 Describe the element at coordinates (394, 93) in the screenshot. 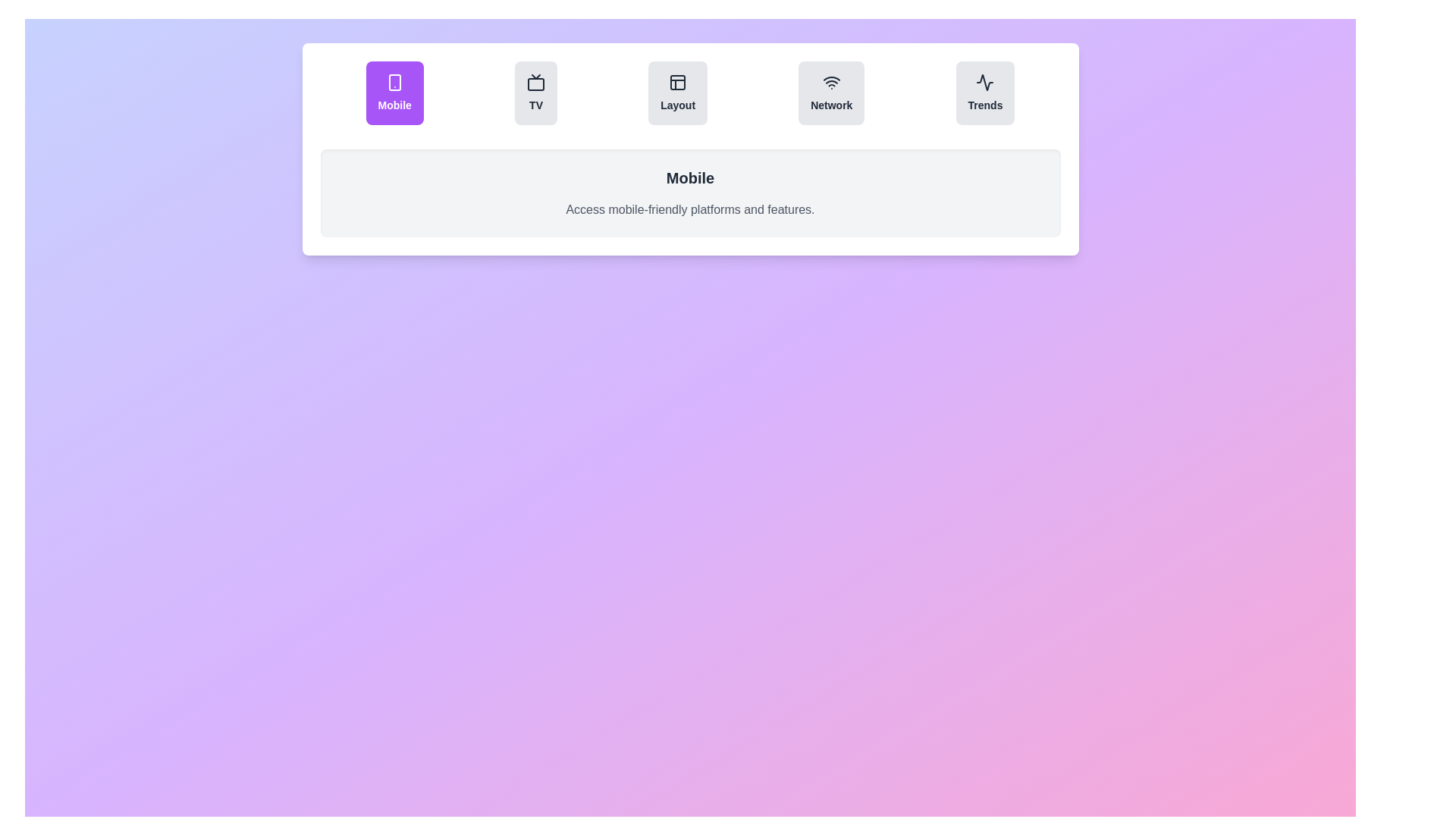

I see `the first button in the horizontal row that serves as a navigational option related to 'Mobile'` at that location.